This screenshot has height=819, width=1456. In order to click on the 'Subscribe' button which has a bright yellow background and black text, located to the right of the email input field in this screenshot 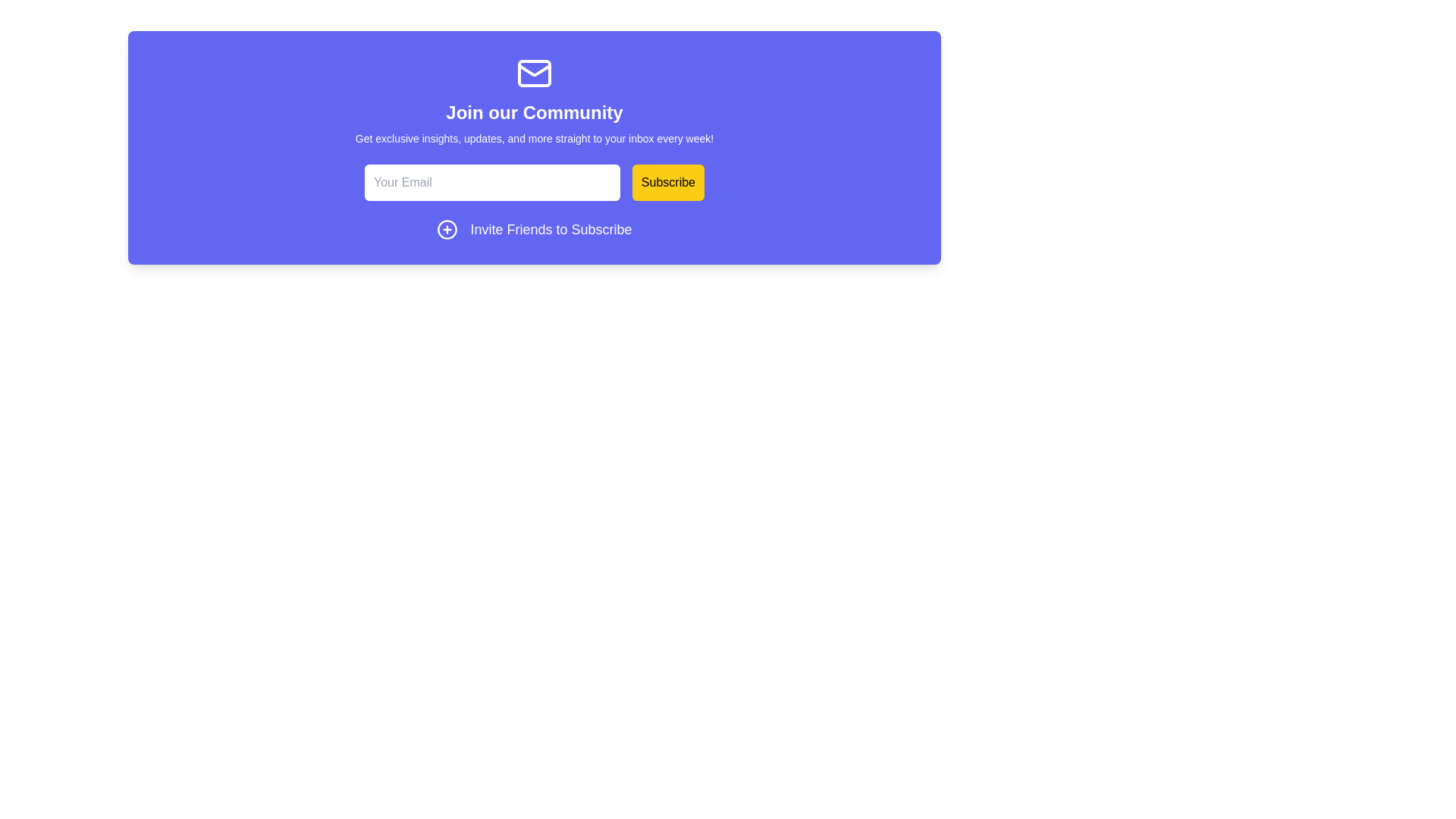, I will do `click(667, 181)`.